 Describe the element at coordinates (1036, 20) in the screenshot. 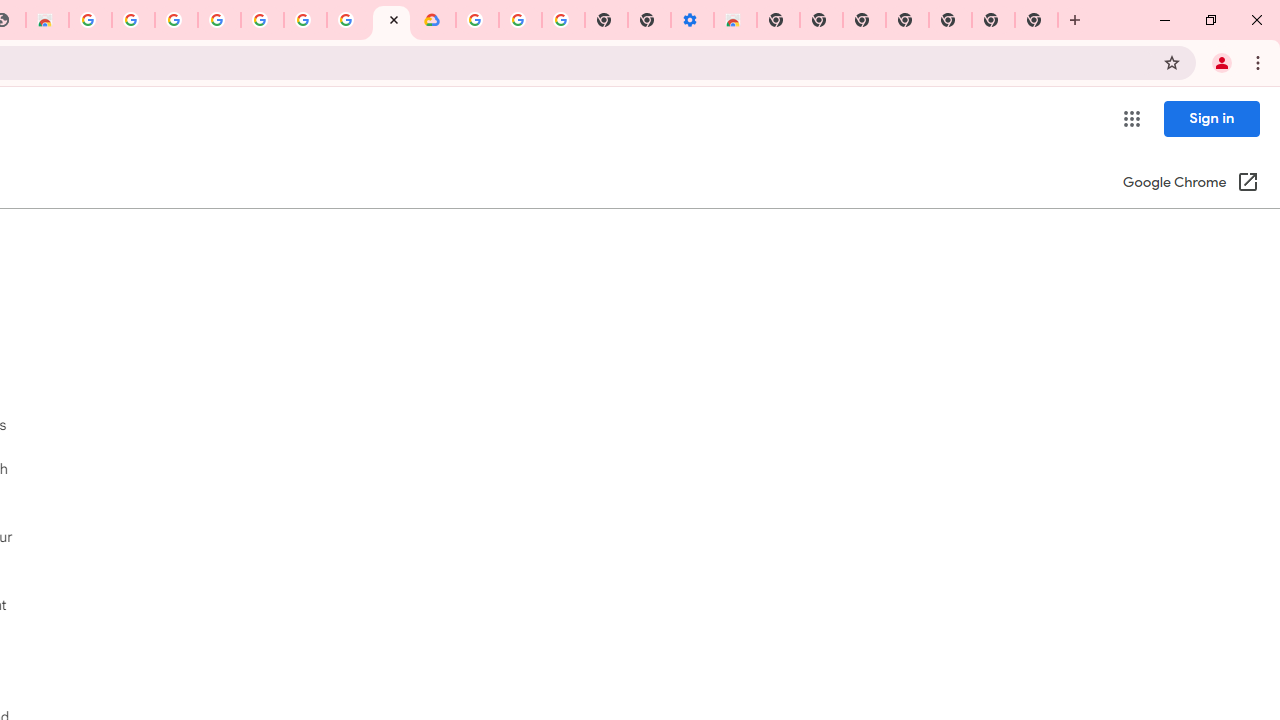

I see `'New Tab'` at that location.